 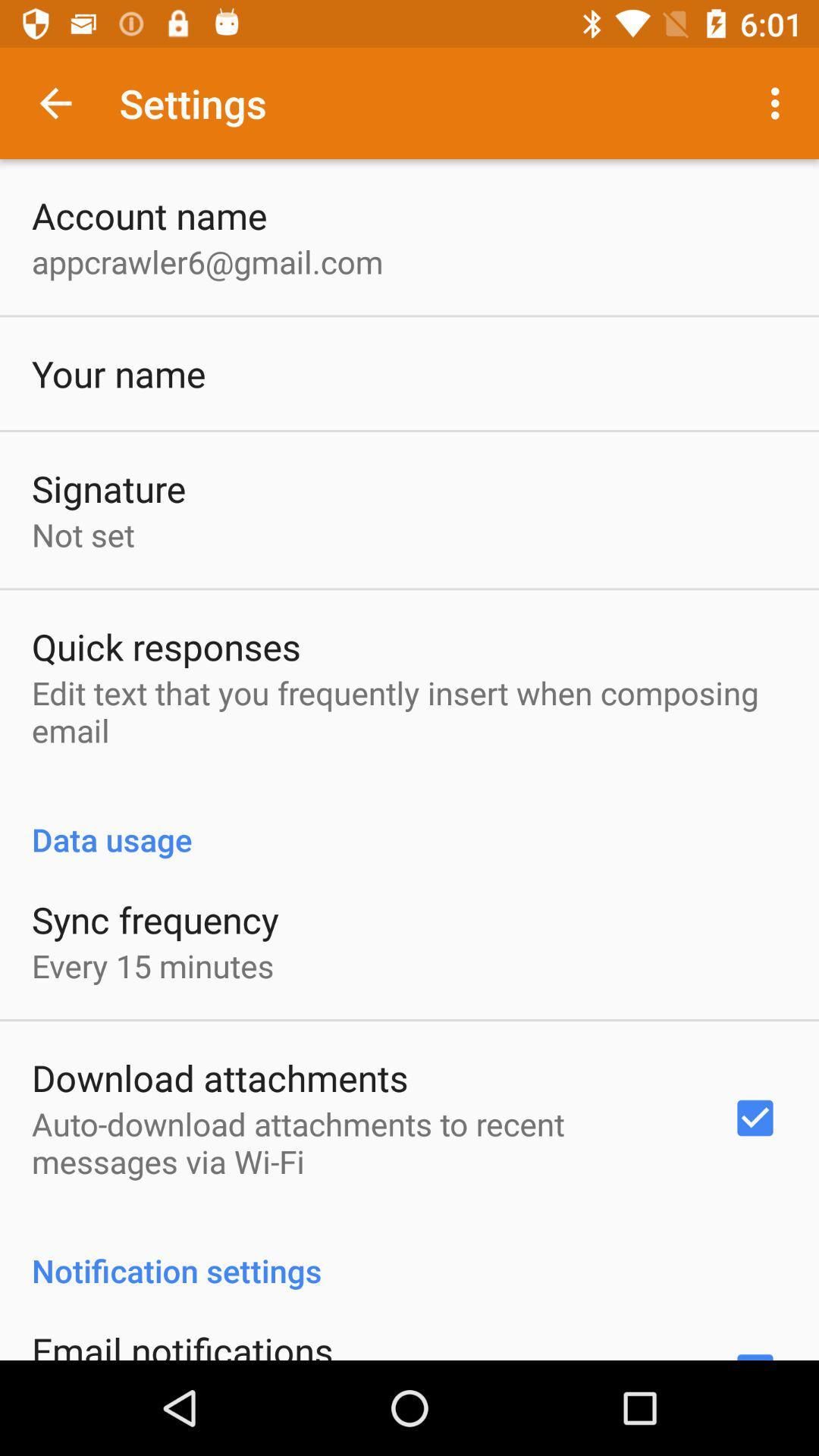 What do you see at coordinates (409, 1254) in the screenshot?
I see `the notification settings` at bounding box center [409, 1254].